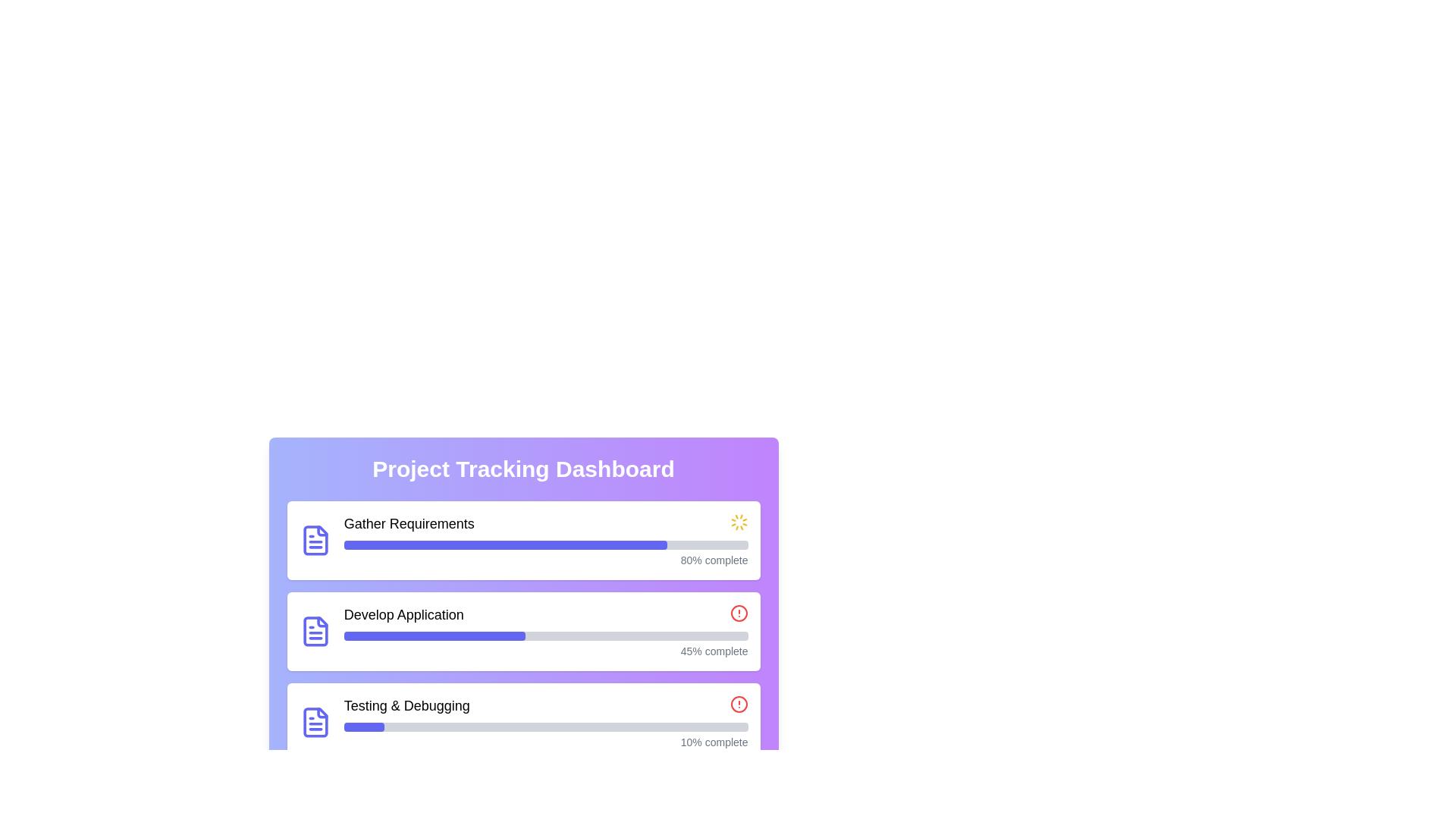 This screenshot has width=1456, height=819. I want to click on the vibrant blue Decorative Icon Component that resembles a document in the progress tracking card titled 'Gather Requirements', so click(315, 540).